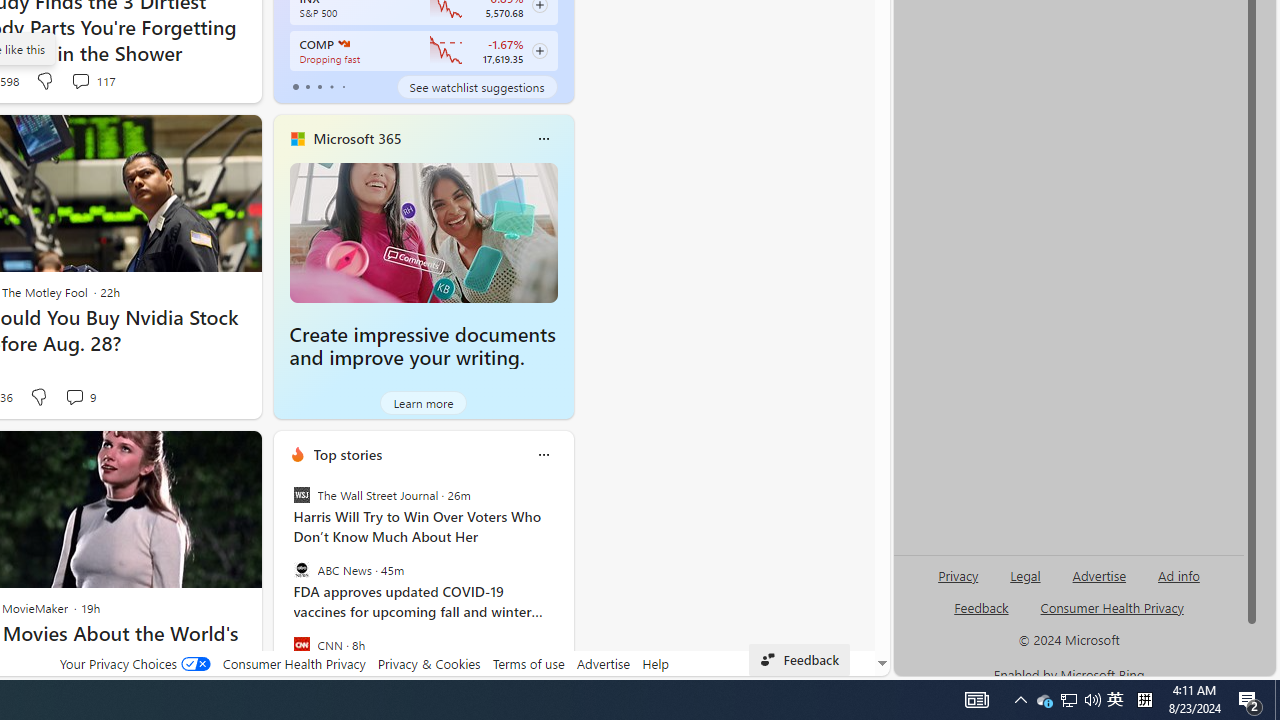 This screenshot has width=1280, height=720. Describe the element at coordinates (422, 402) in the screenshot. I see `'Learn more'` at that location.